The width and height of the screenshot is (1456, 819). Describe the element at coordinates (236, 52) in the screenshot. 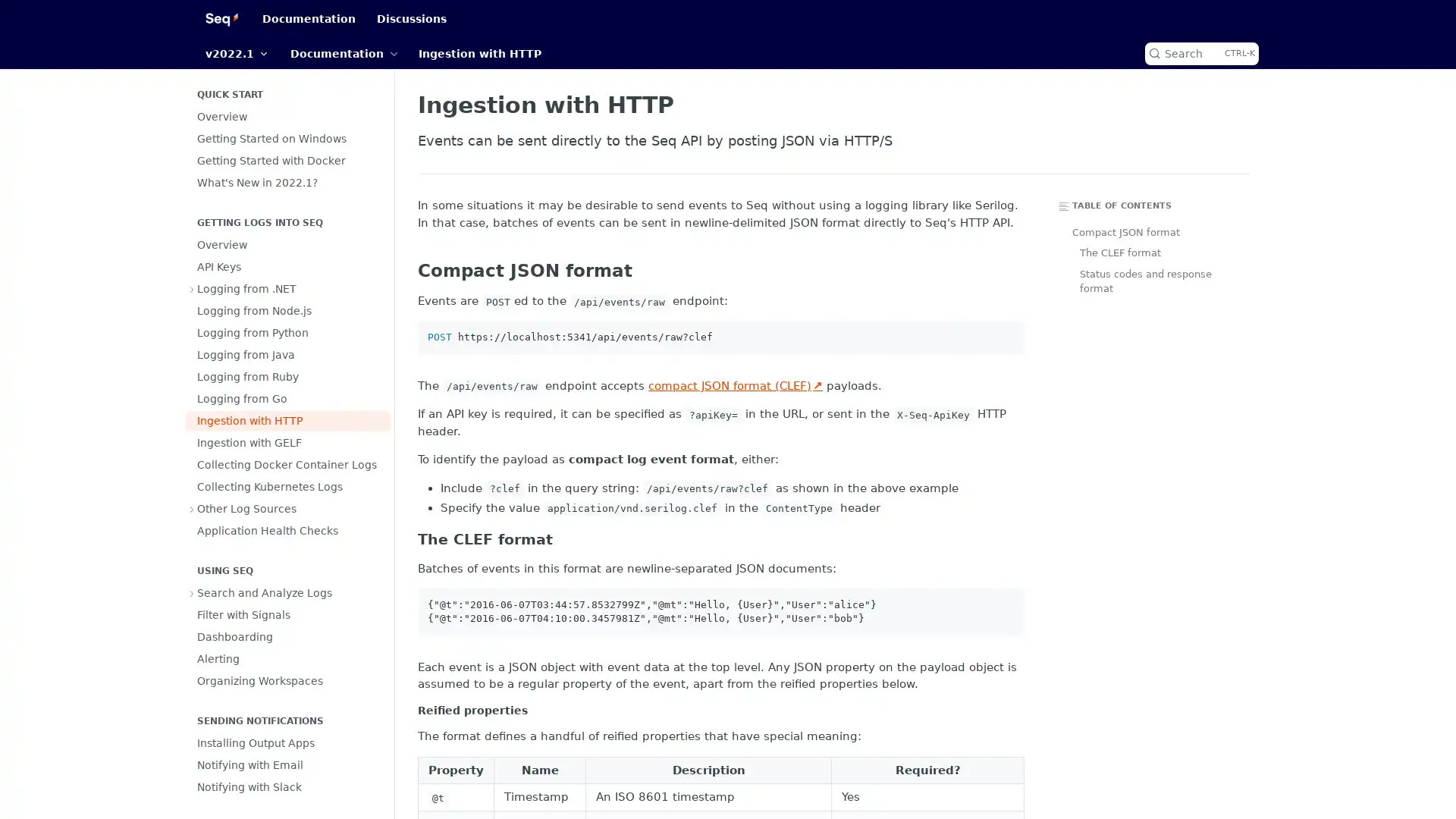

I see `v2022.1` at that location.